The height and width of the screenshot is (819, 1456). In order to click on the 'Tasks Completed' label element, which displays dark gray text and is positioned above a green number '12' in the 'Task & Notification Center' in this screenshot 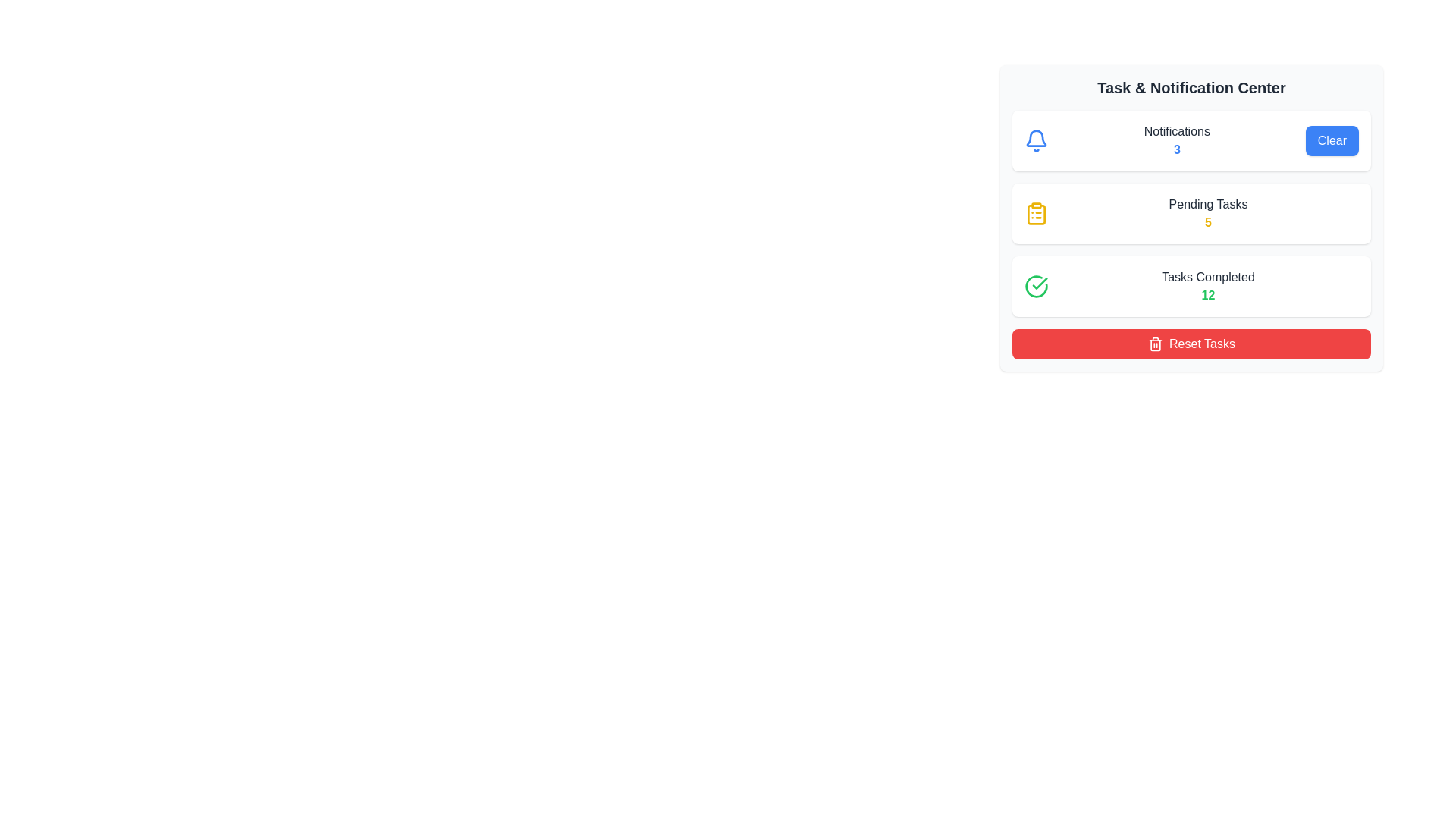, I will do `click(1207, 278)`.